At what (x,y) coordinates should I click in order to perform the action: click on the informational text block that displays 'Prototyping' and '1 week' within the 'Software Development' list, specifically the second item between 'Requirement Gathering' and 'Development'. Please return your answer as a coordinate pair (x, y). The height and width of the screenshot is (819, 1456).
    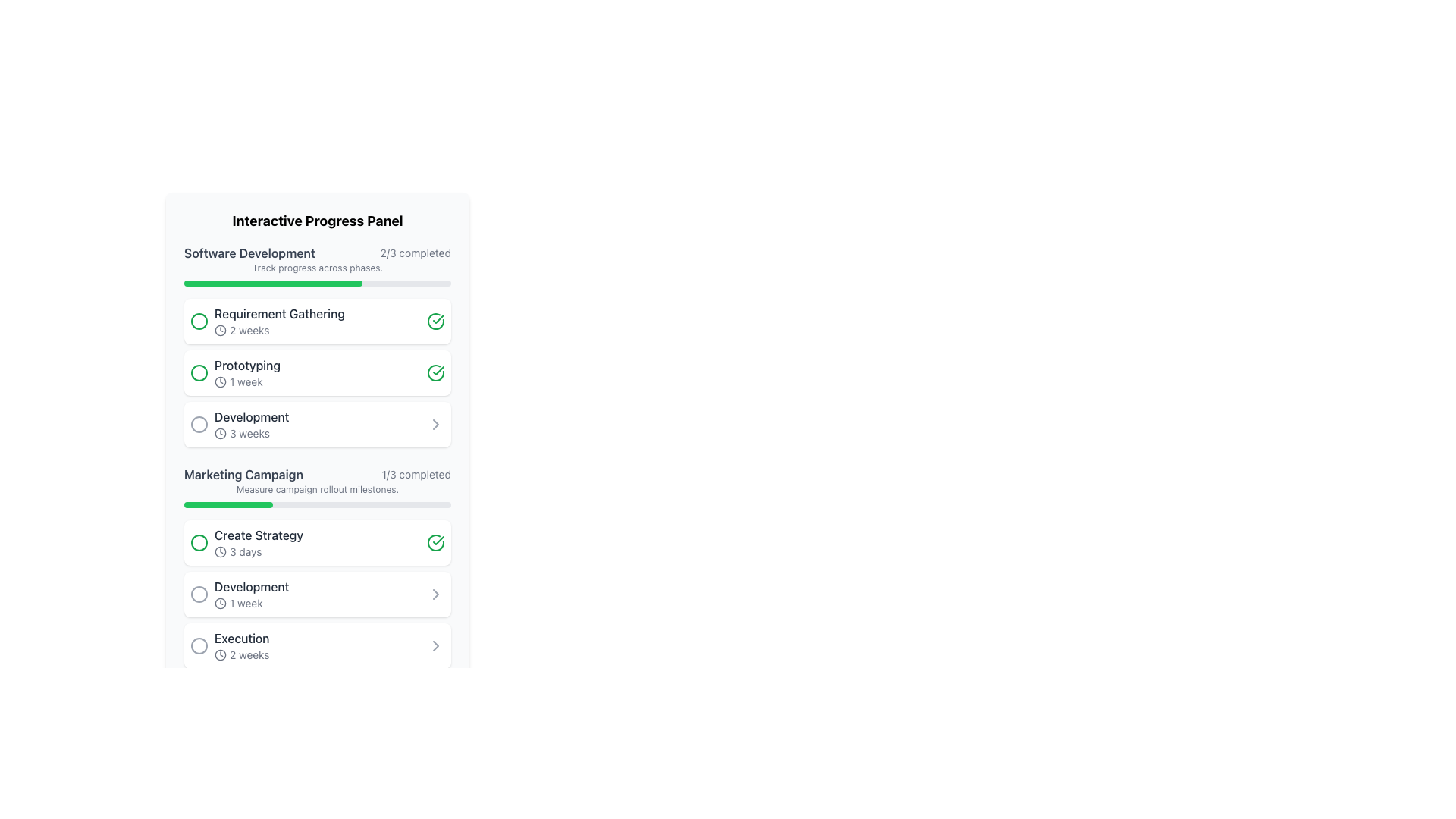
    Looking at the image, I should click on (247, 373).